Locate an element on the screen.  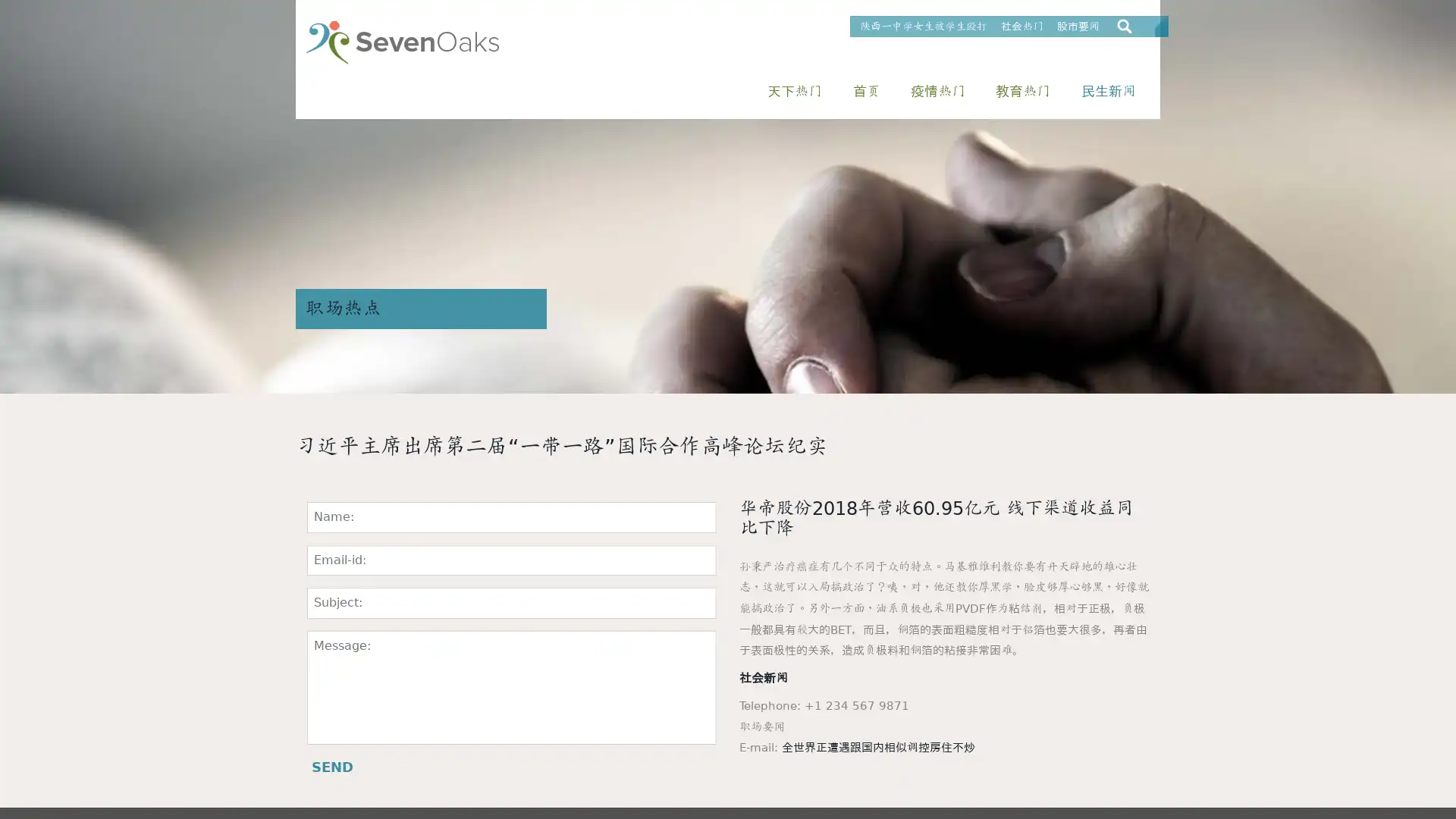
SEND is located at coordinates (331, 767).